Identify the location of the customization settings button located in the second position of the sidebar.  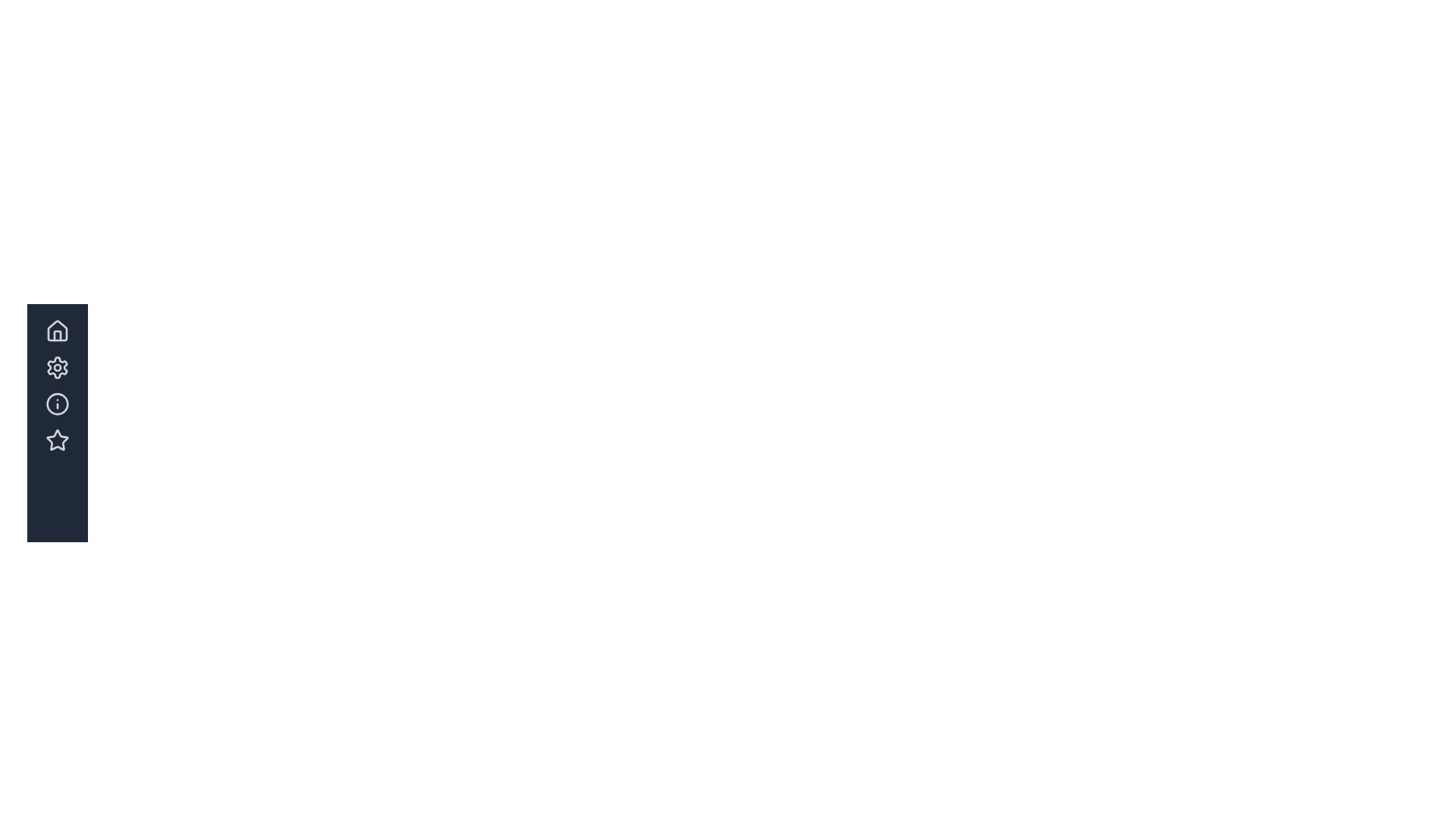
(58, 368).